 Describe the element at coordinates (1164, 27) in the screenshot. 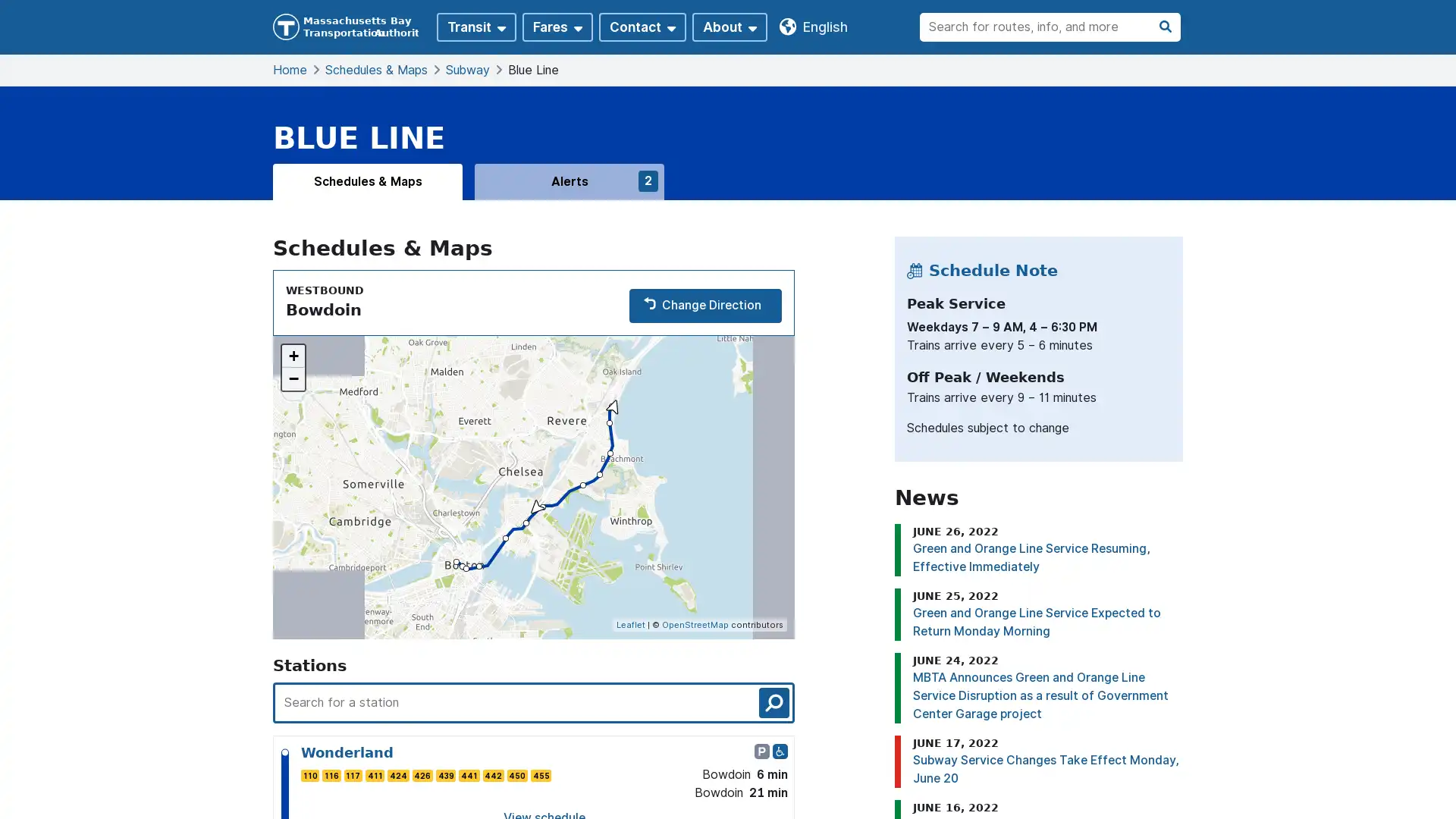

I see `search` at that location.